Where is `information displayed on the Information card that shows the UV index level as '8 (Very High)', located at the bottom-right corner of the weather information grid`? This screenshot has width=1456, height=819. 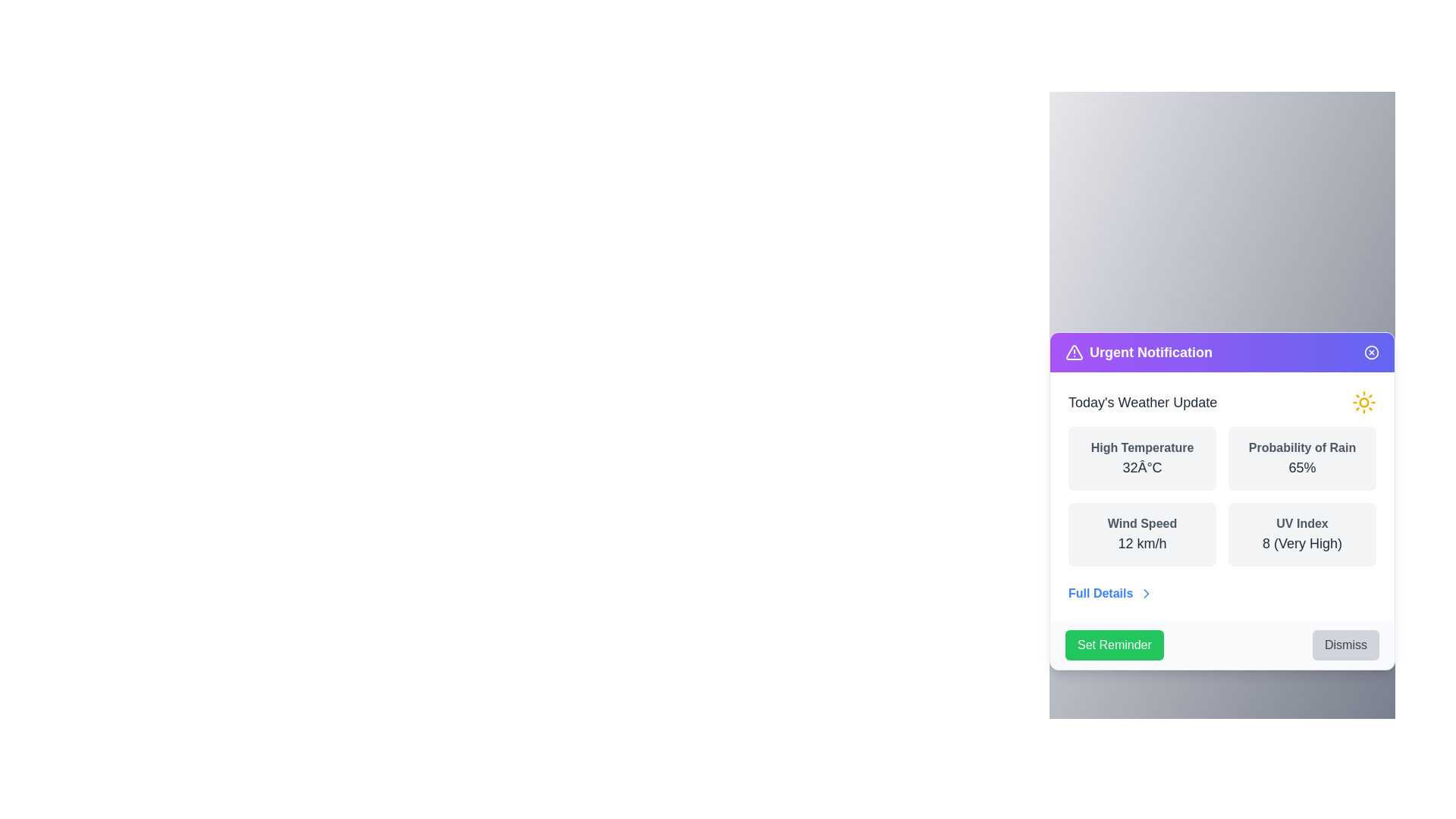 information displayed on the Information card that shows the UV index level as '8 (Very High)', located at the bottom-right corner of the weather information grid is located at coordinates (1301, 534).